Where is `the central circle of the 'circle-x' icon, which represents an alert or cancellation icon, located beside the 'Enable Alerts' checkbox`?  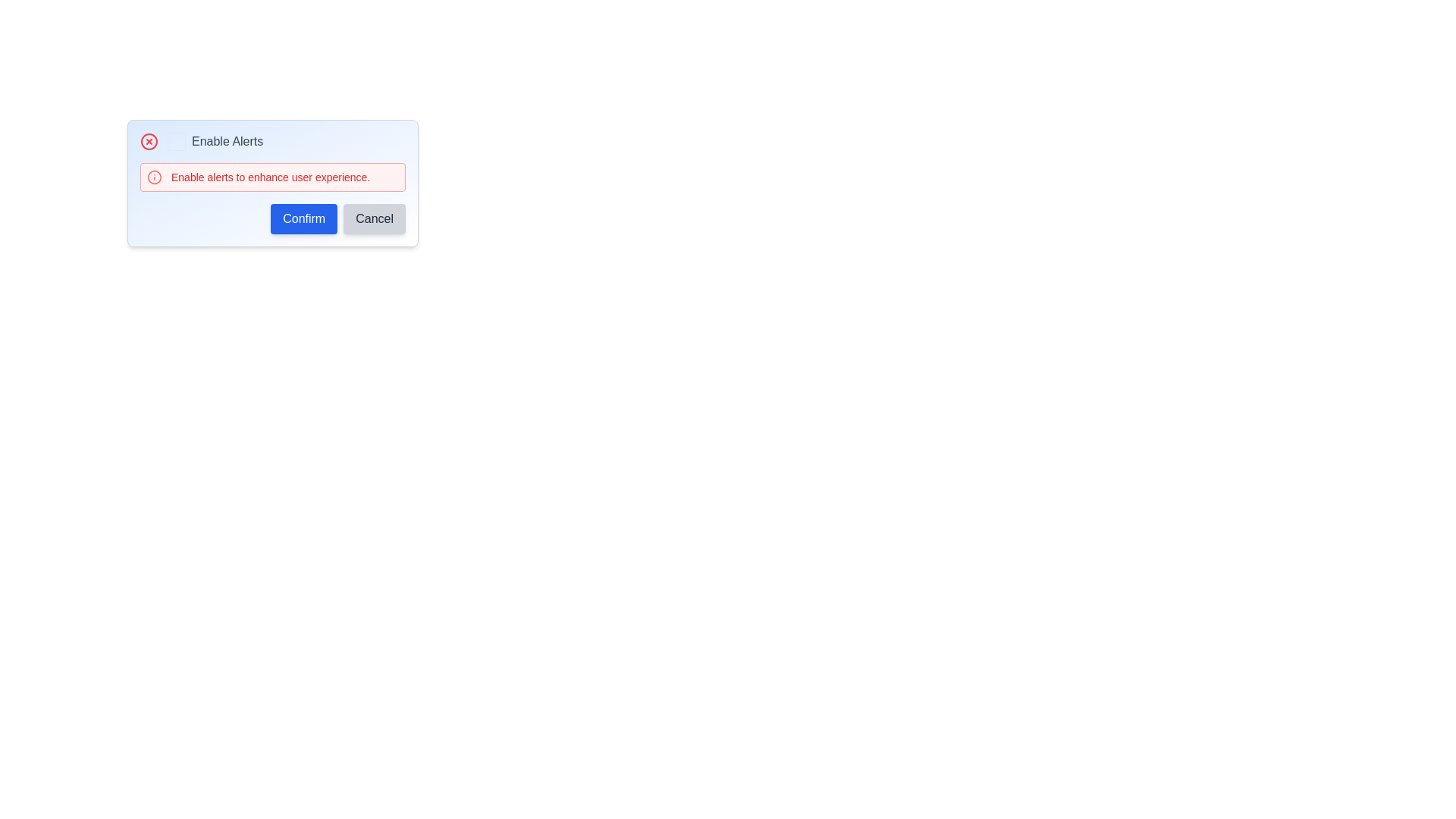
the central circle of the 'circle-x' icon, which represents an alert or cancellation icon, located beside the 'Enable Alerts' checkbox is located at coordinates (149, 141).